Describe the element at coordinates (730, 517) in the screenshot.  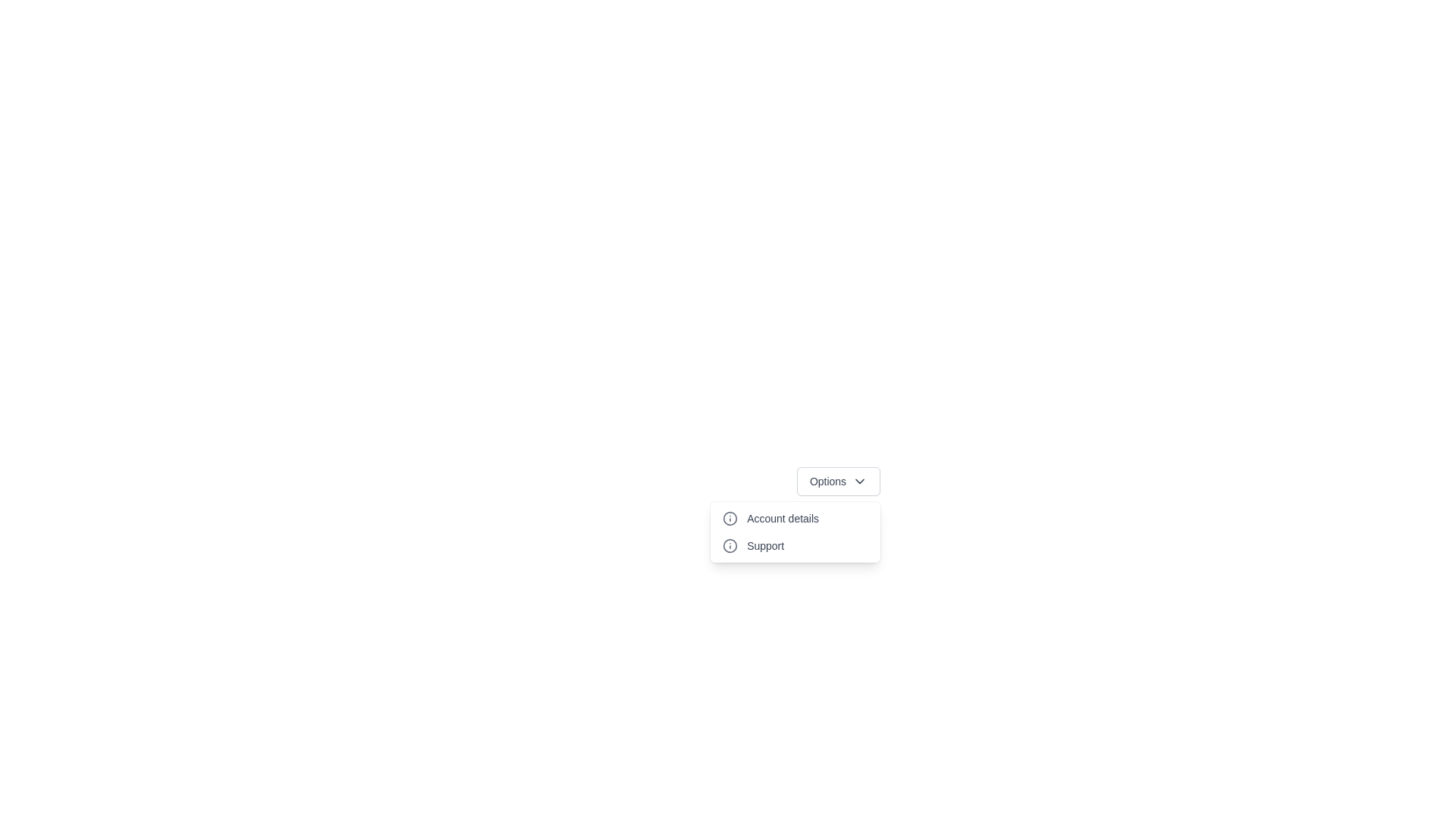
I see `the circular graphic element of the information icon located near the top-left of the 'Support' menu entry` at that location.